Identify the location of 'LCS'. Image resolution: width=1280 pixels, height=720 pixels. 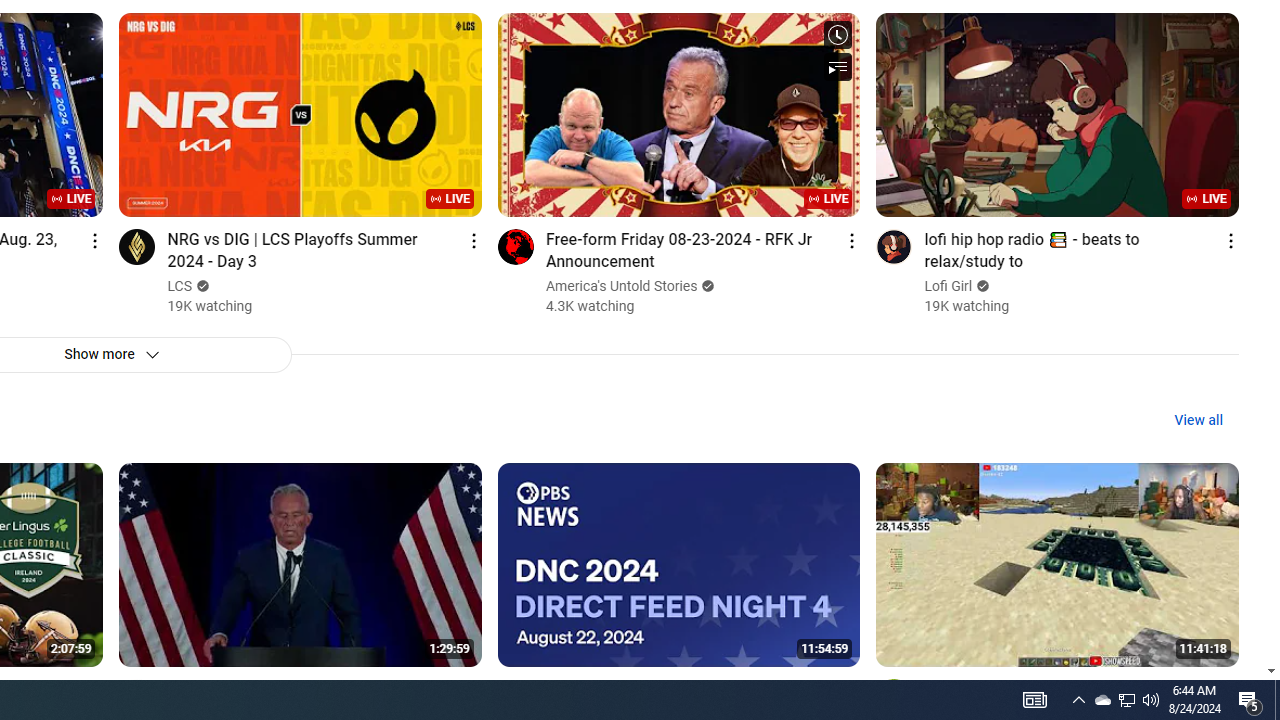
(180, 286).